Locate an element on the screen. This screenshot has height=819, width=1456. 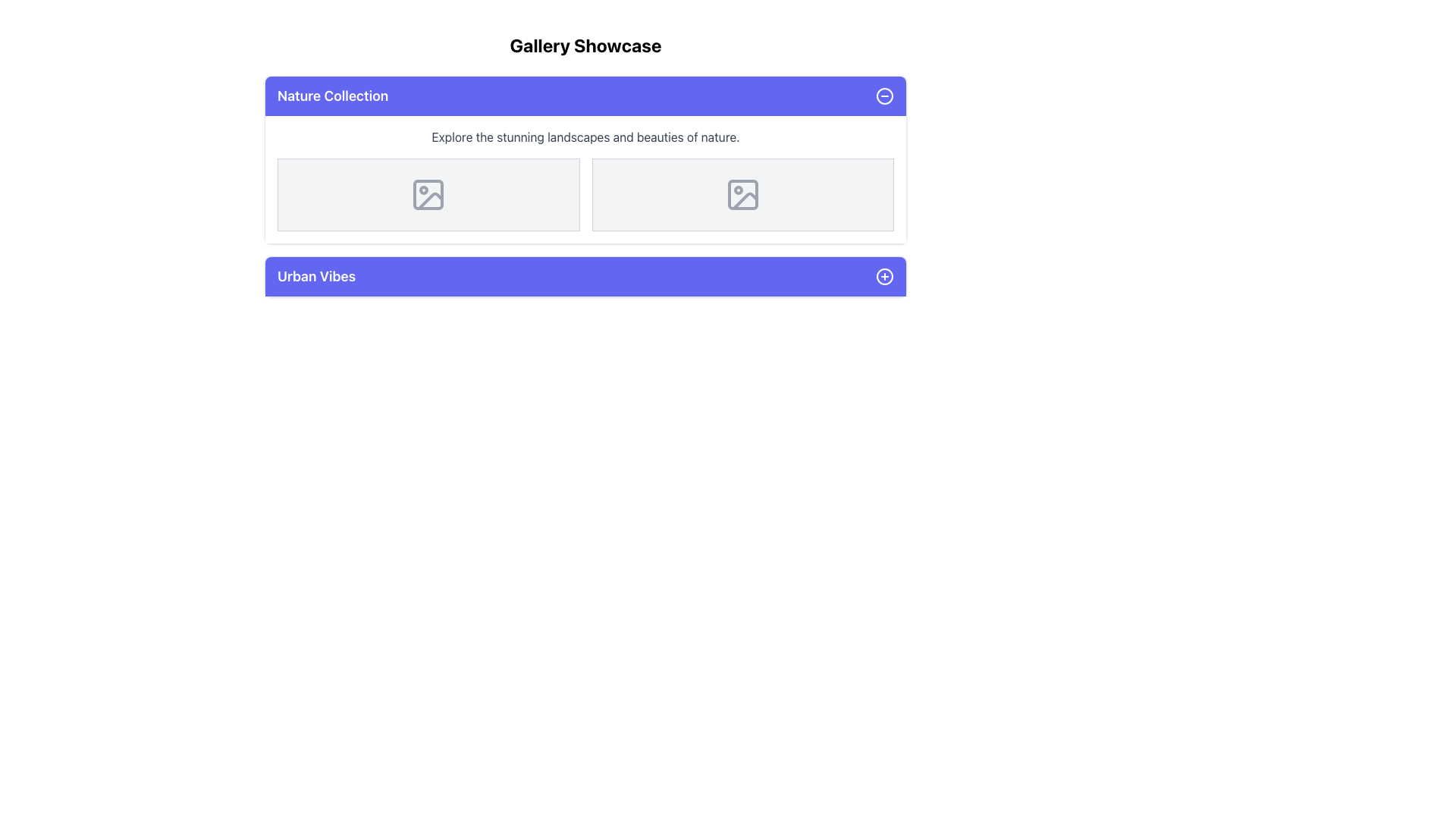
the gray image frame icon with a circle and diagonal line located in the left card of the 'Nature Collection' section is located at coordinates (428, 194).